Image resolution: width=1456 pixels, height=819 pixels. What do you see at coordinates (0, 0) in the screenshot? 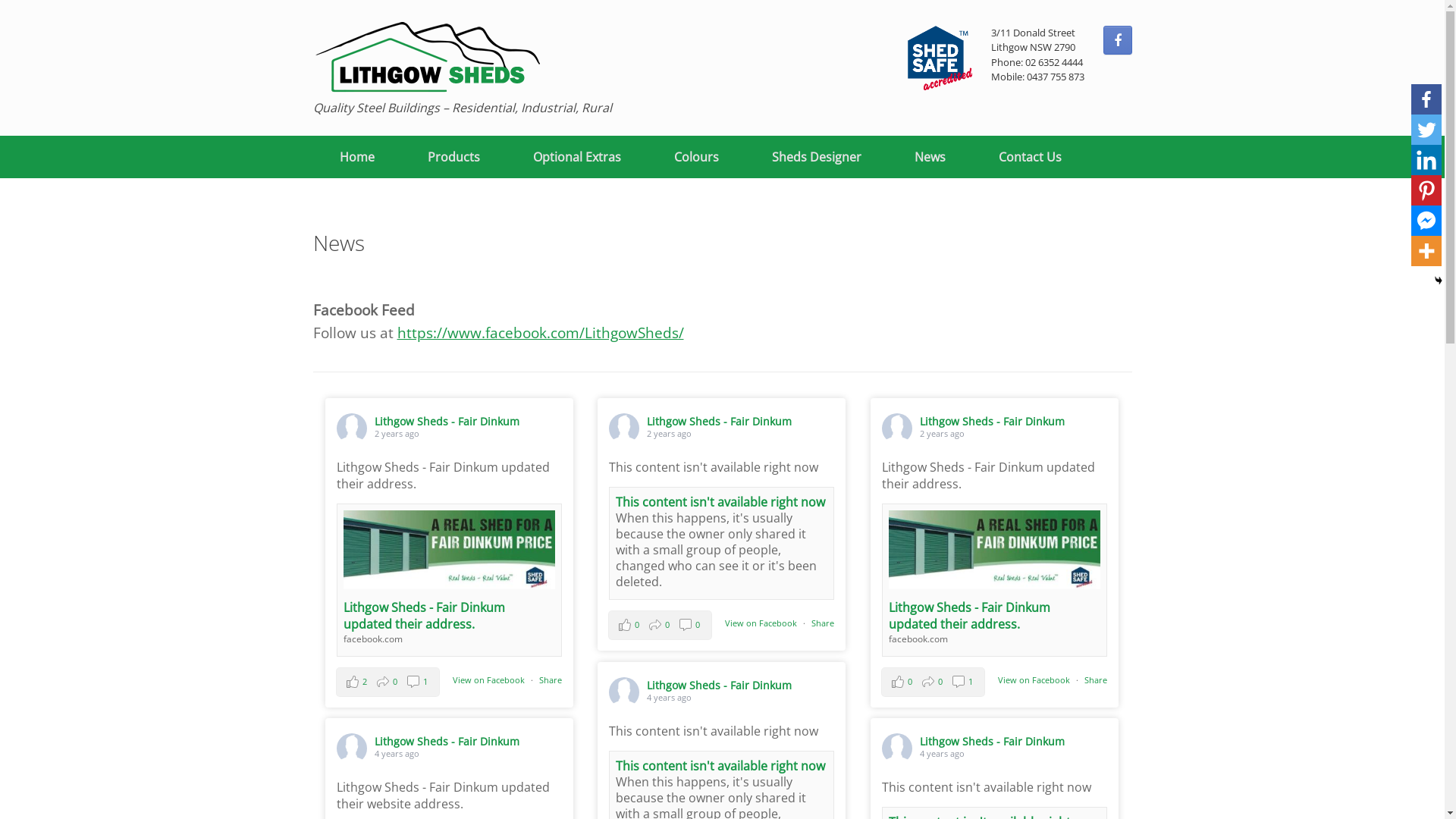
I see `'Skip to content'` at bounding box center [0, 0].